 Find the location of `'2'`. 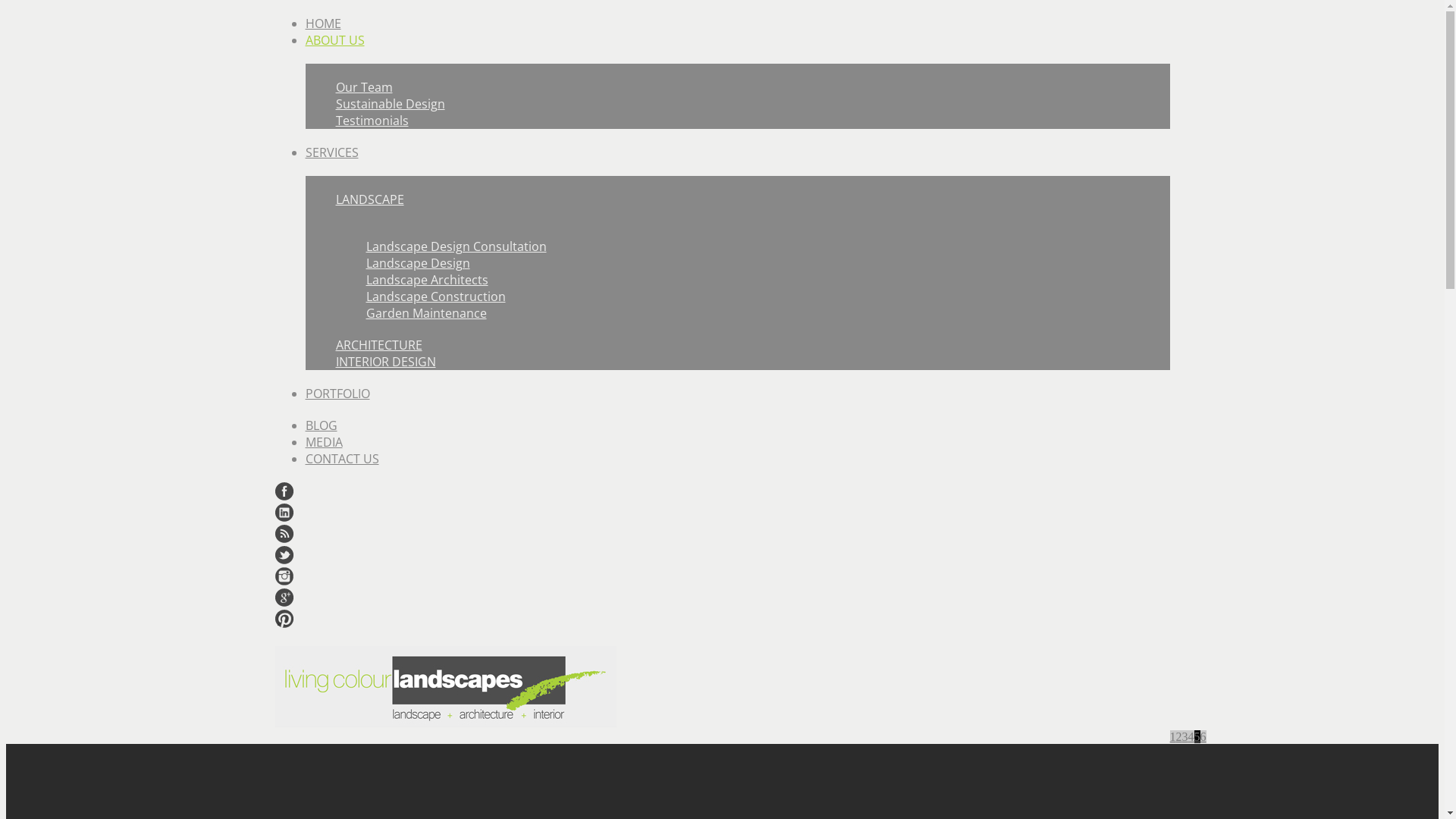

'2' is located at coordinates (1178, 736).